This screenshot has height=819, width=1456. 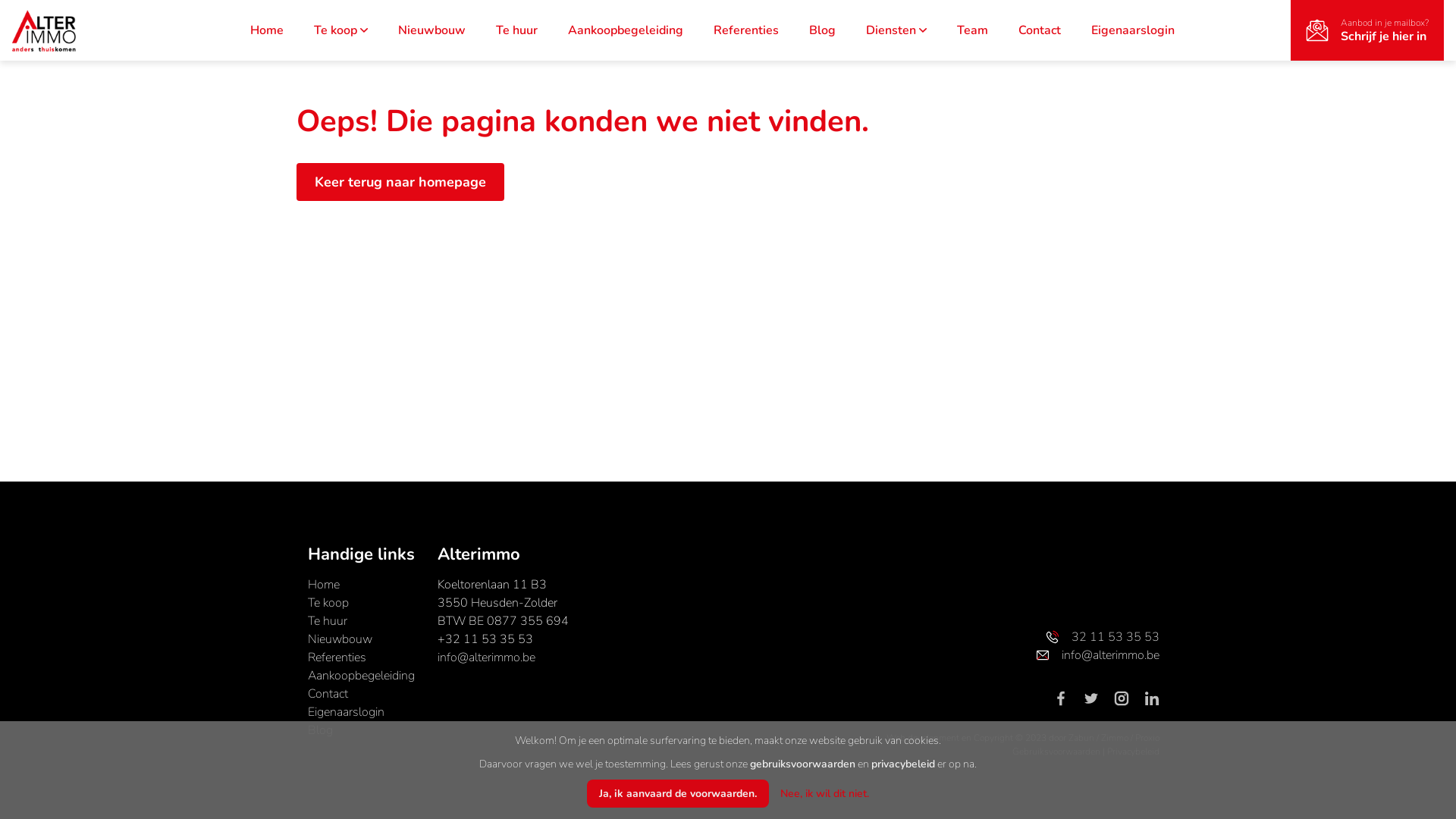 What do you see at coordinates (1065, 698) in the screenshot?
I see `'Facebook'` at bounding box center [1065, 698].